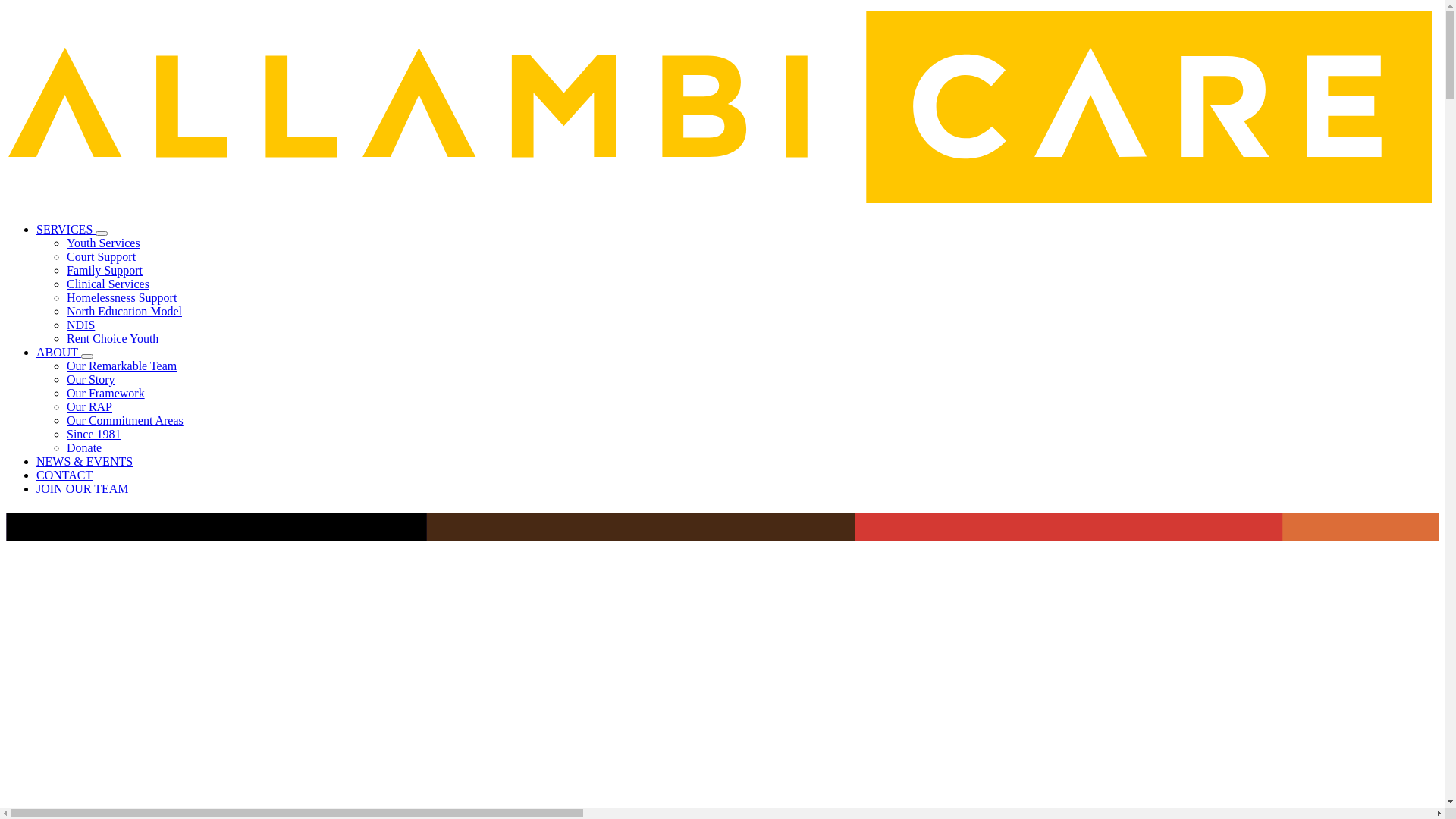 The height and width of the screenshot is (819, 1456). What do you see at coordinates (100, 256) in the screenshot?
I see `'Court Support'` at bounding box center [100, 256].